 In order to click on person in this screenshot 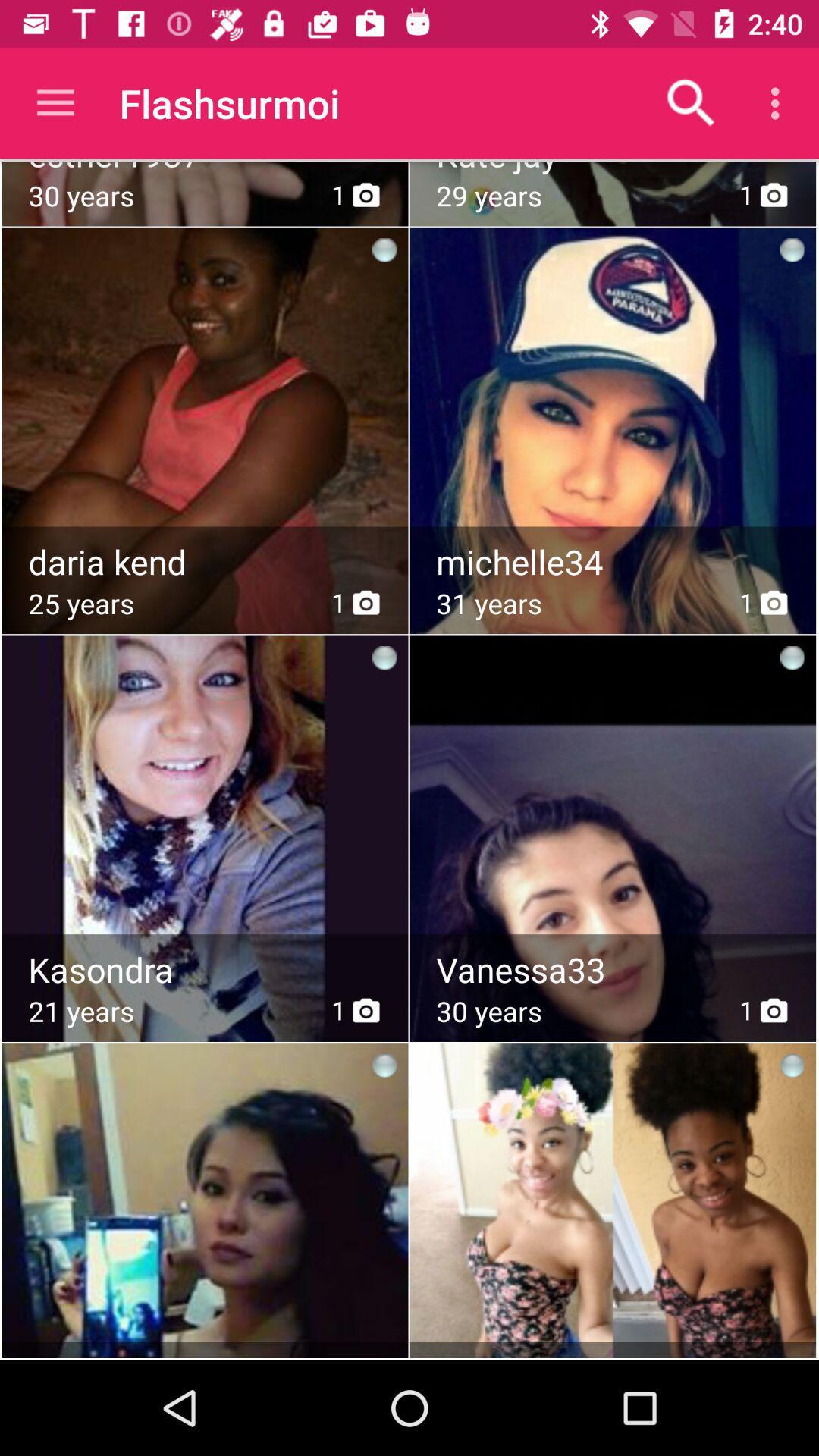, I will do `click(205, 800)`.